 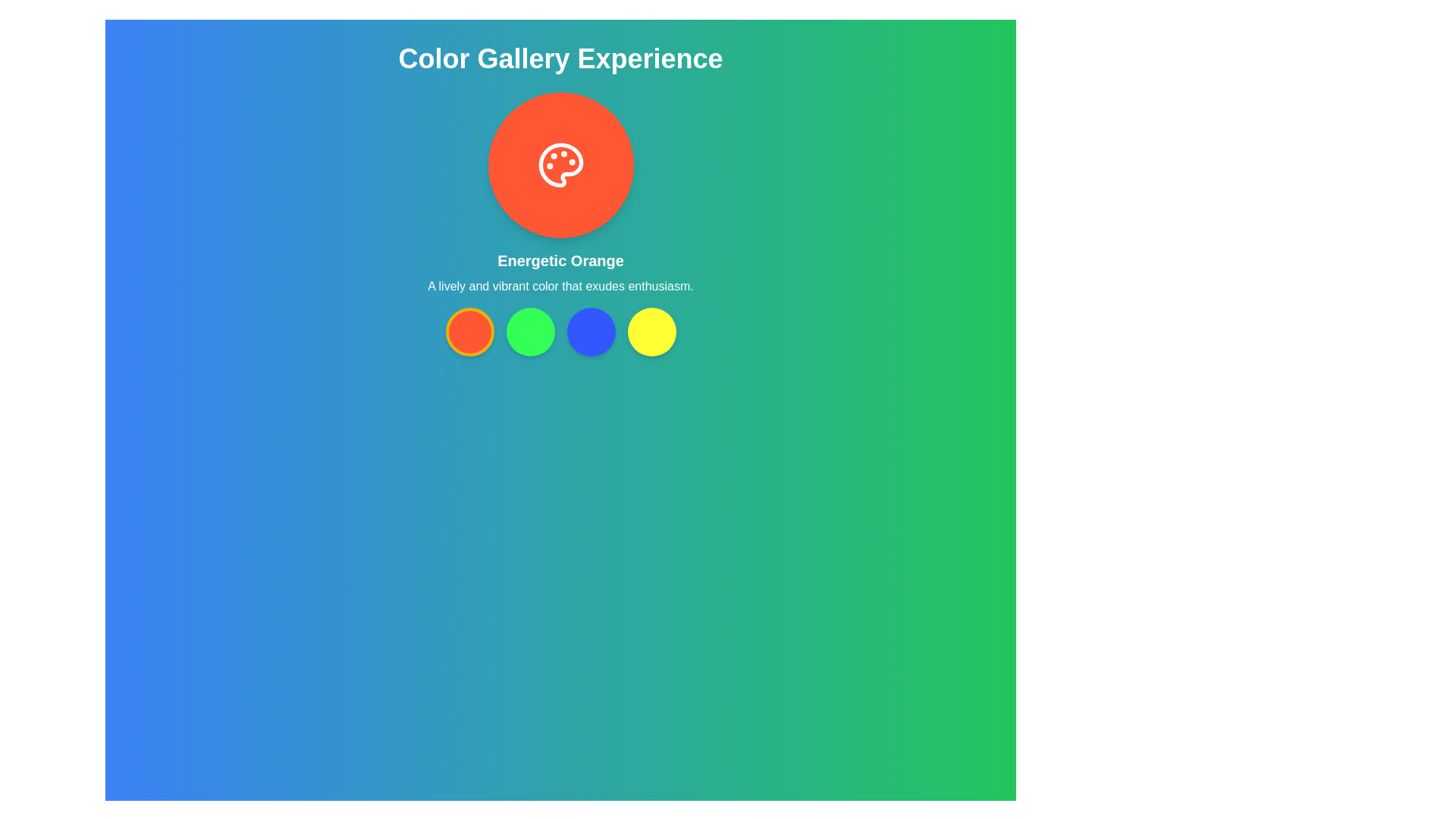 What do you see at coordinates (560, 259) in the screenshot?
I see `the text element that serves as a title or label for the color showcased in the interface, positioned below a circle-shaped icon and above a subtitle text` at bounding box center [560, 259].